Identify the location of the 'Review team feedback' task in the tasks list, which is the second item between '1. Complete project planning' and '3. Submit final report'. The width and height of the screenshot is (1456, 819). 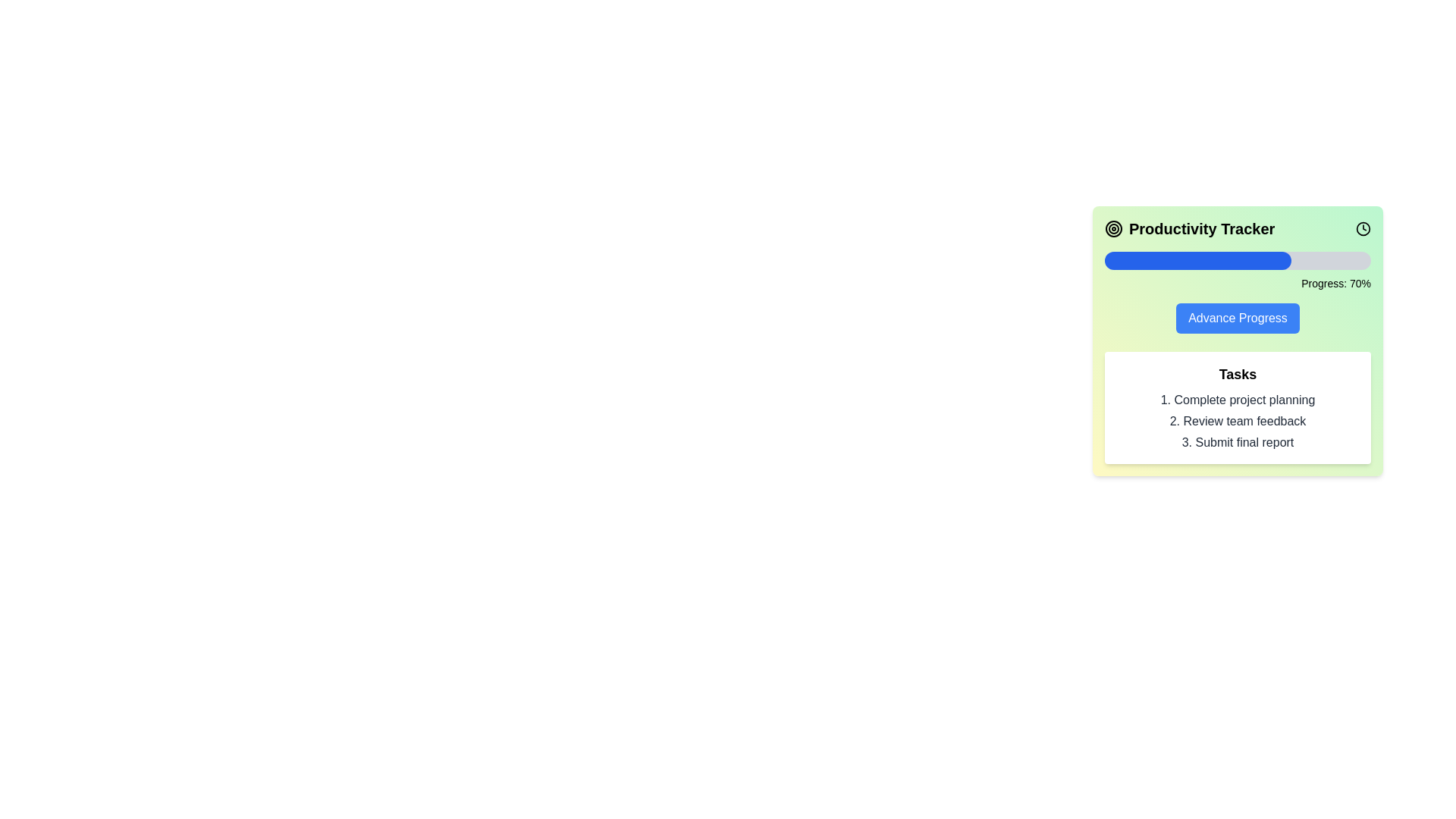
(1238, 421).